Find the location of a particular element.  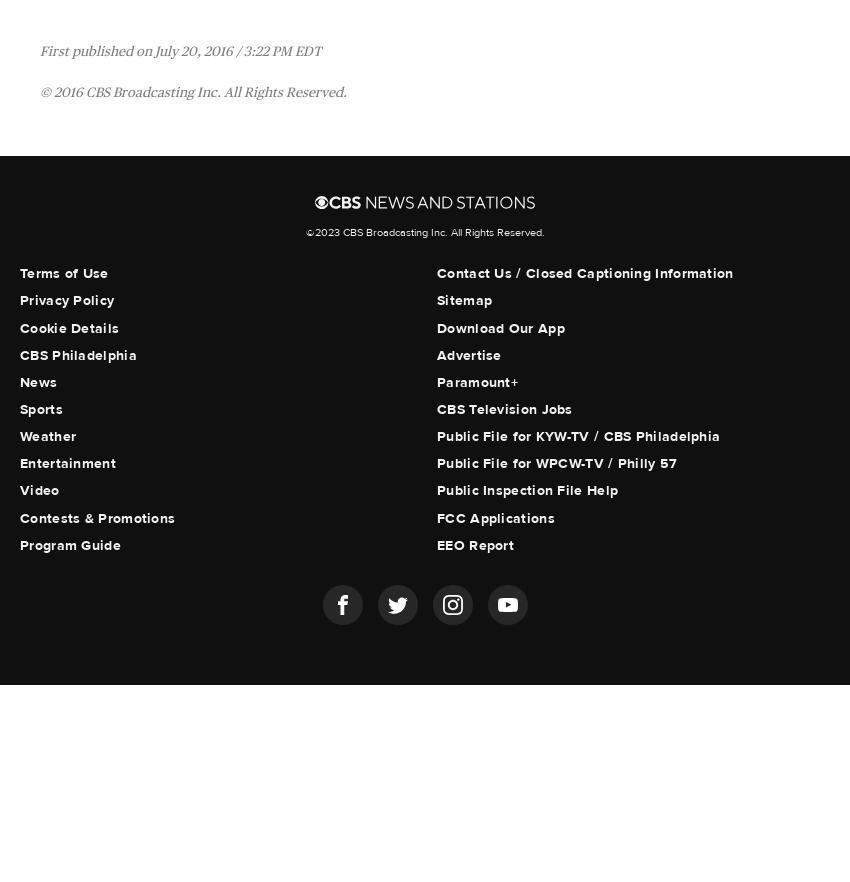

'Sports' is located at coordinates (39, 408).